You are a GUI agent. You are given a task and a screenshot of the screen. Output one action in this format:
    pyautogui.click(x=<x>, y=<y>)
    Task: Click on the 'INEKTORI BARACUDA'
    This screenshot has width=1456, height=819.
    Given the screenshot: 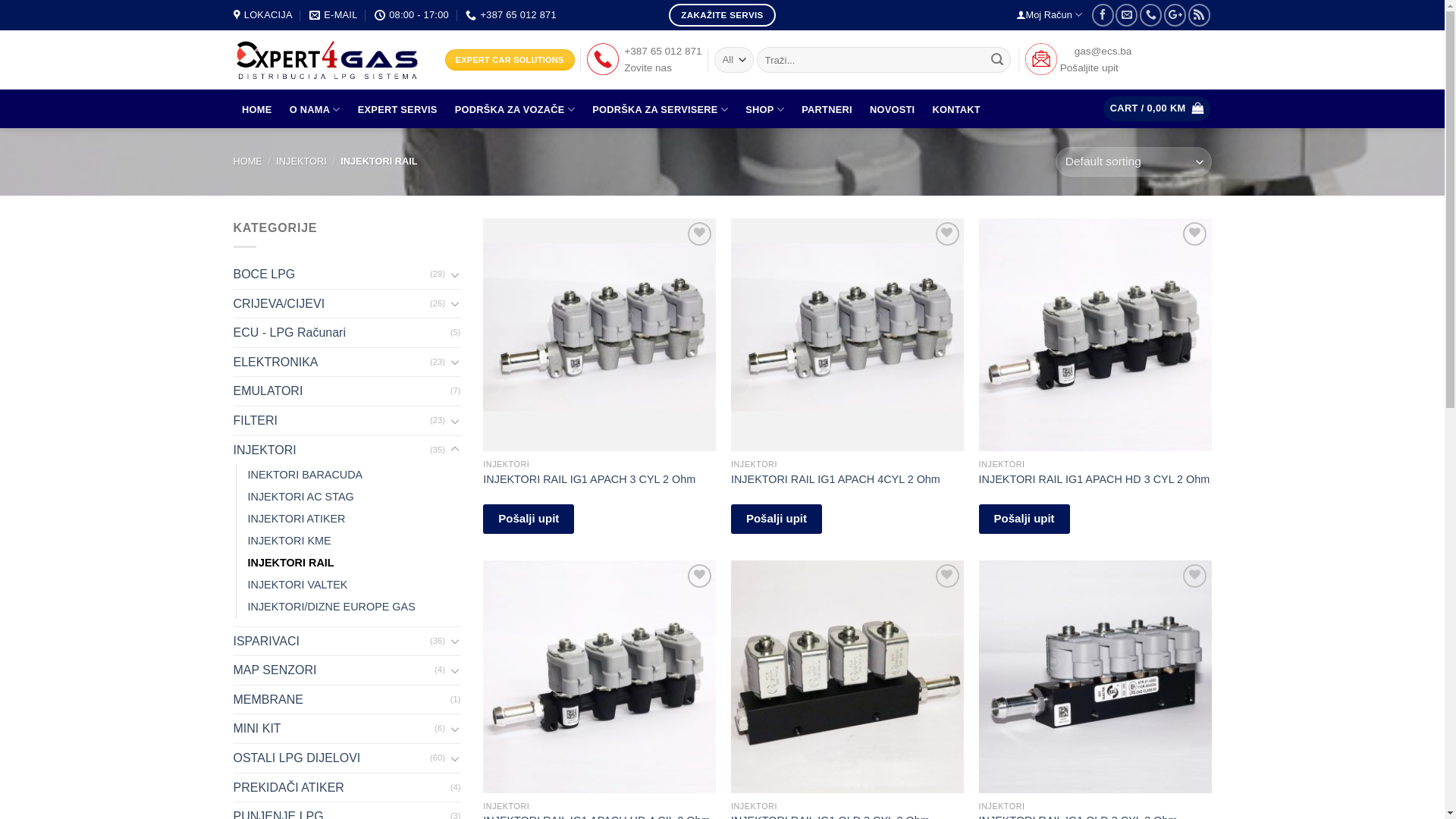 What is the action you would take?
    pyautogui.click(x=304, y=474)
    